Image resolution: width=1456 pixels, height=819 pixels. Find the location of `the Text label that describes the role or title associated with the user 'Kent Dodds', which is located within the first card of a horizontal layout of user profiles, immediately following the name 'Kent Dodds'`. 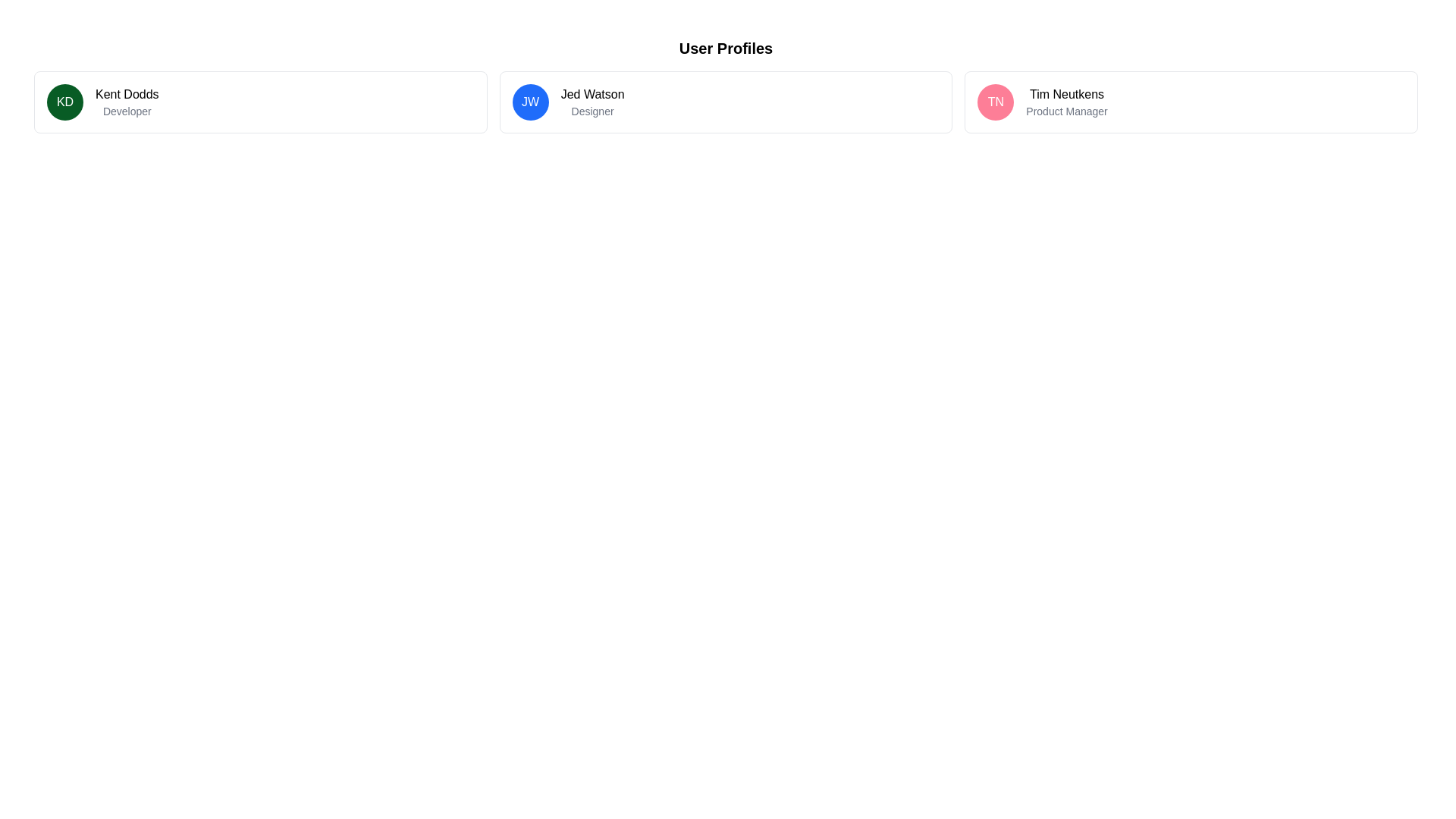

the Text label that describes the role or title associated with the user 'Kent Dodds', which is located within the first card of a horizontal layout of user profiles, immediately following the name 'Kent Dodds' is located at coordinates (127, 110).